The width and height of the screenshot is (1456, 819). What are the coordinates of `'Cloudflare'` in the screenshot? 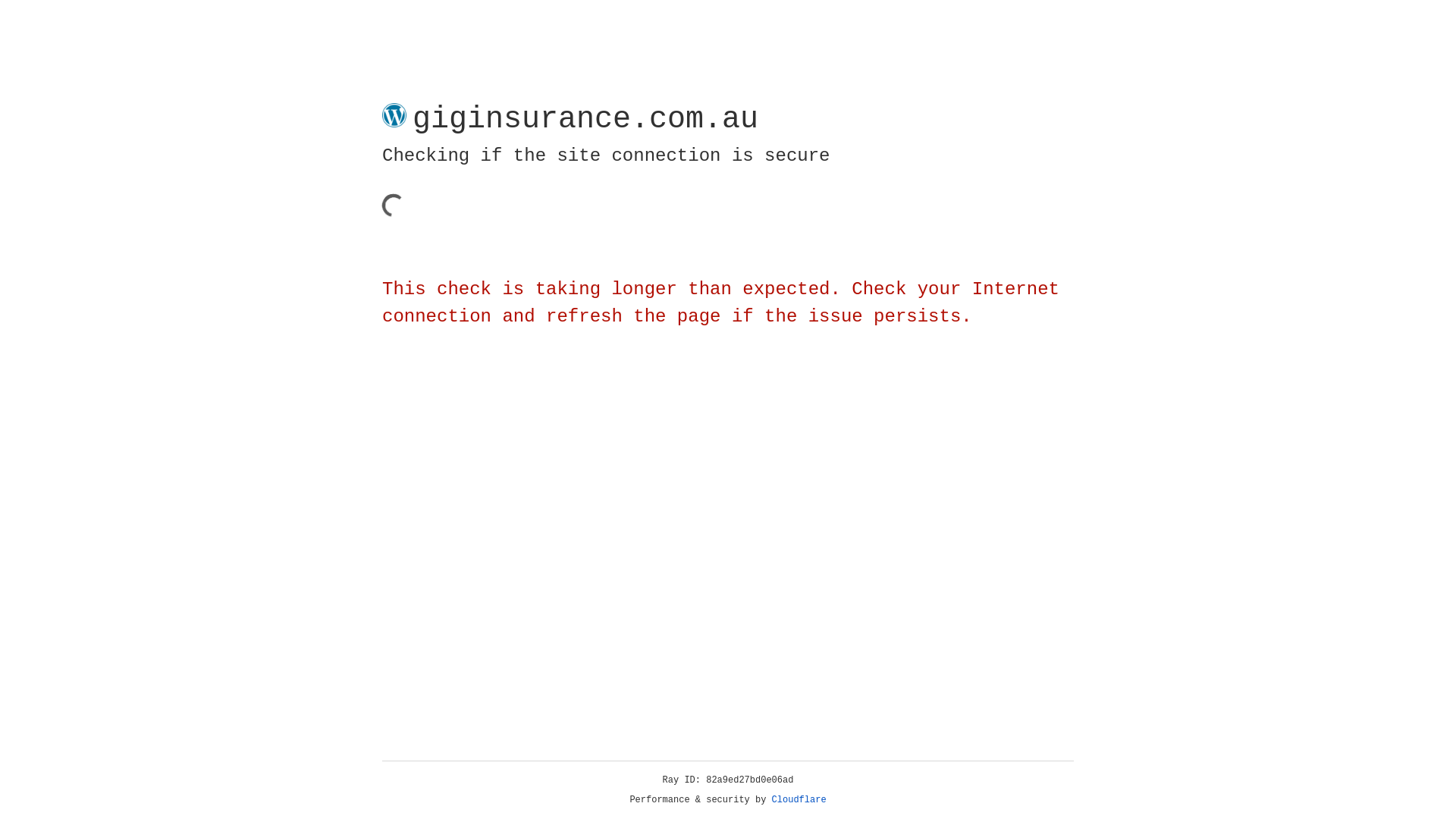 It's located at (799, 799).